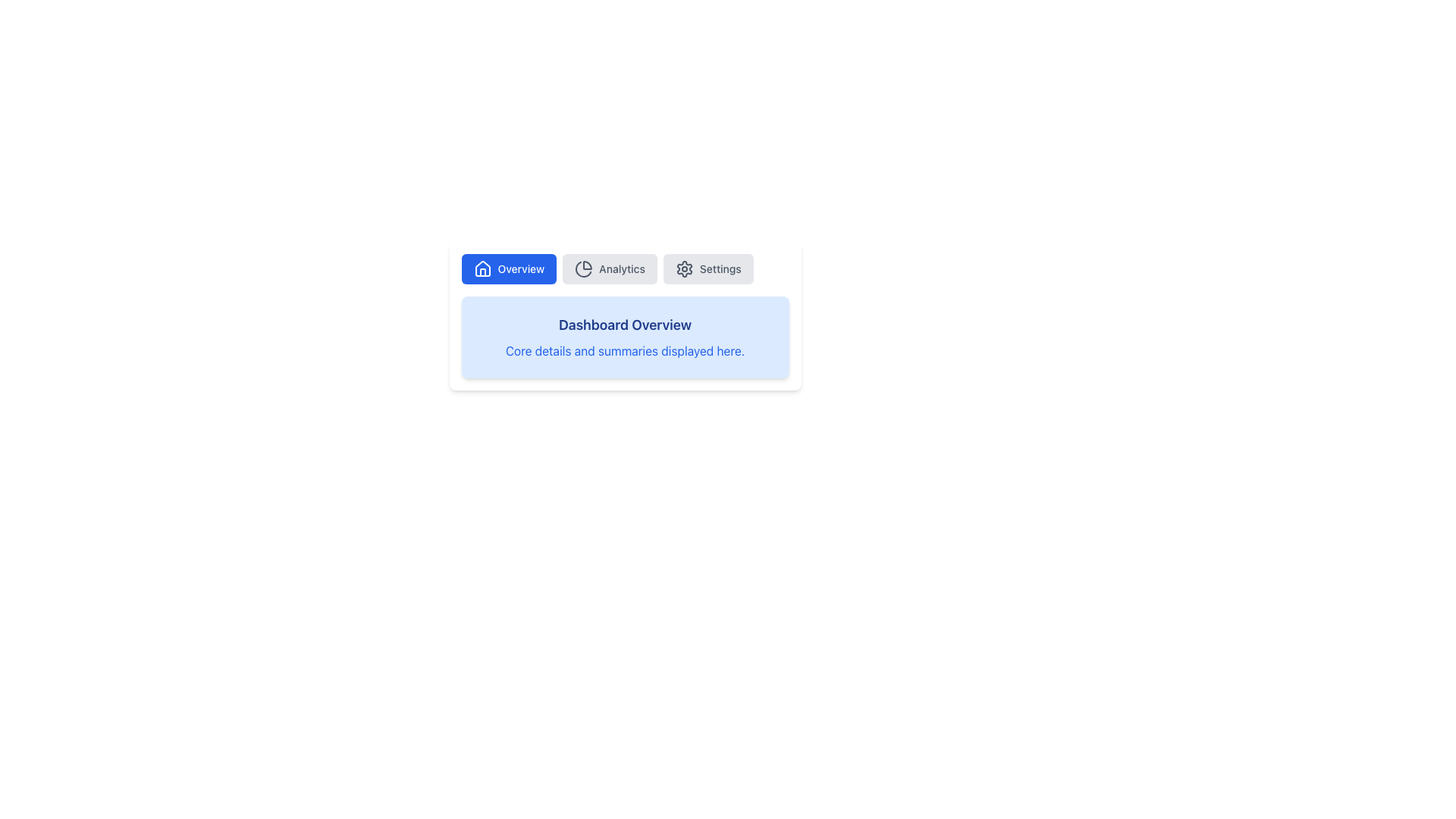  Describe the element at coordinates (625, 350) in the screenshot. I see `text information from the text label that displays 'Core details and summaries displayed here.' located within the blue card titled 'Dashboard Overview'` at that location.